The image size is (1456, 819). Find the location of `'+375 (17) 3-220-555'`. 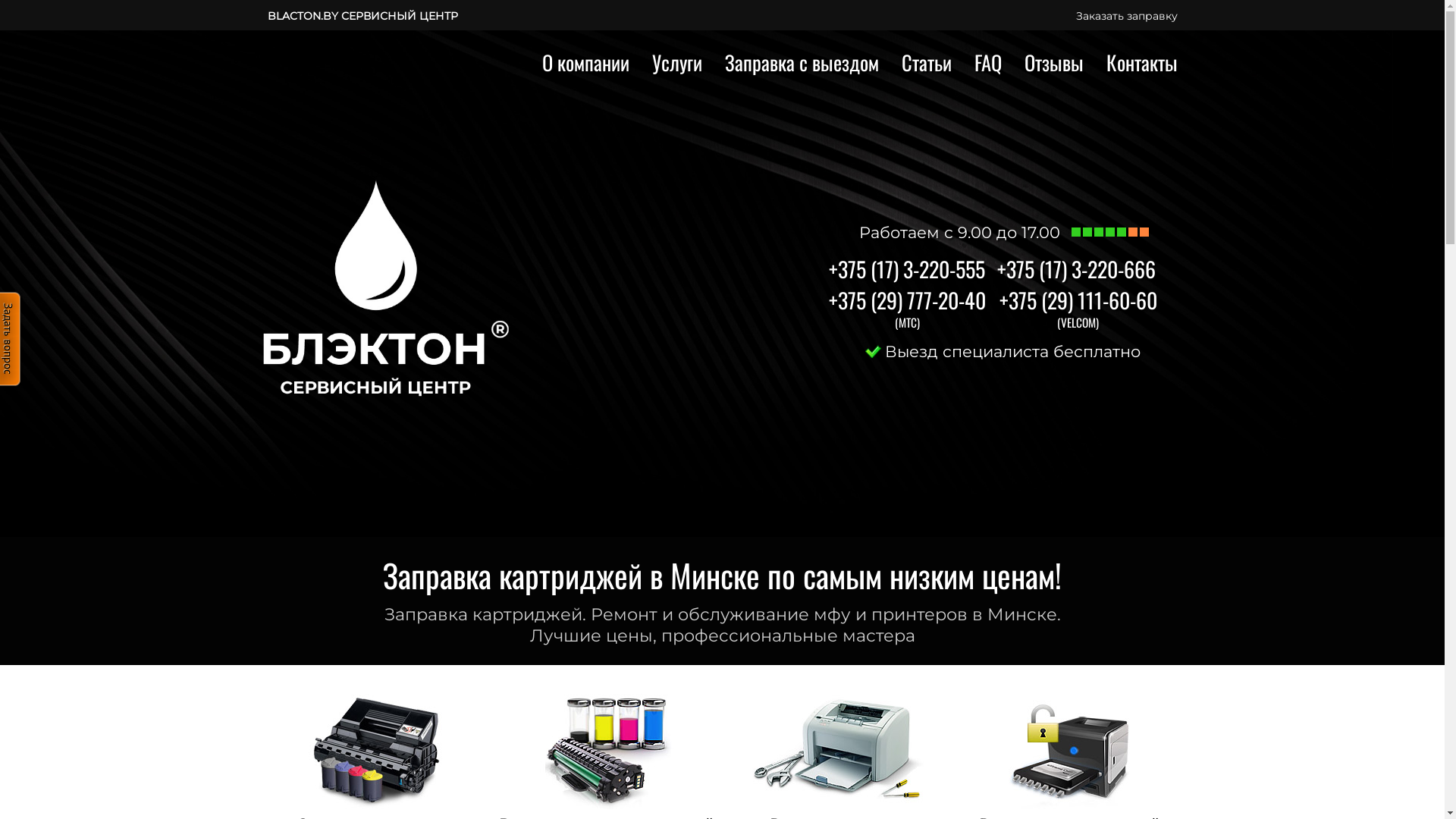

'+375 (17) 3-220-555' is located at coordinates (827, 268).